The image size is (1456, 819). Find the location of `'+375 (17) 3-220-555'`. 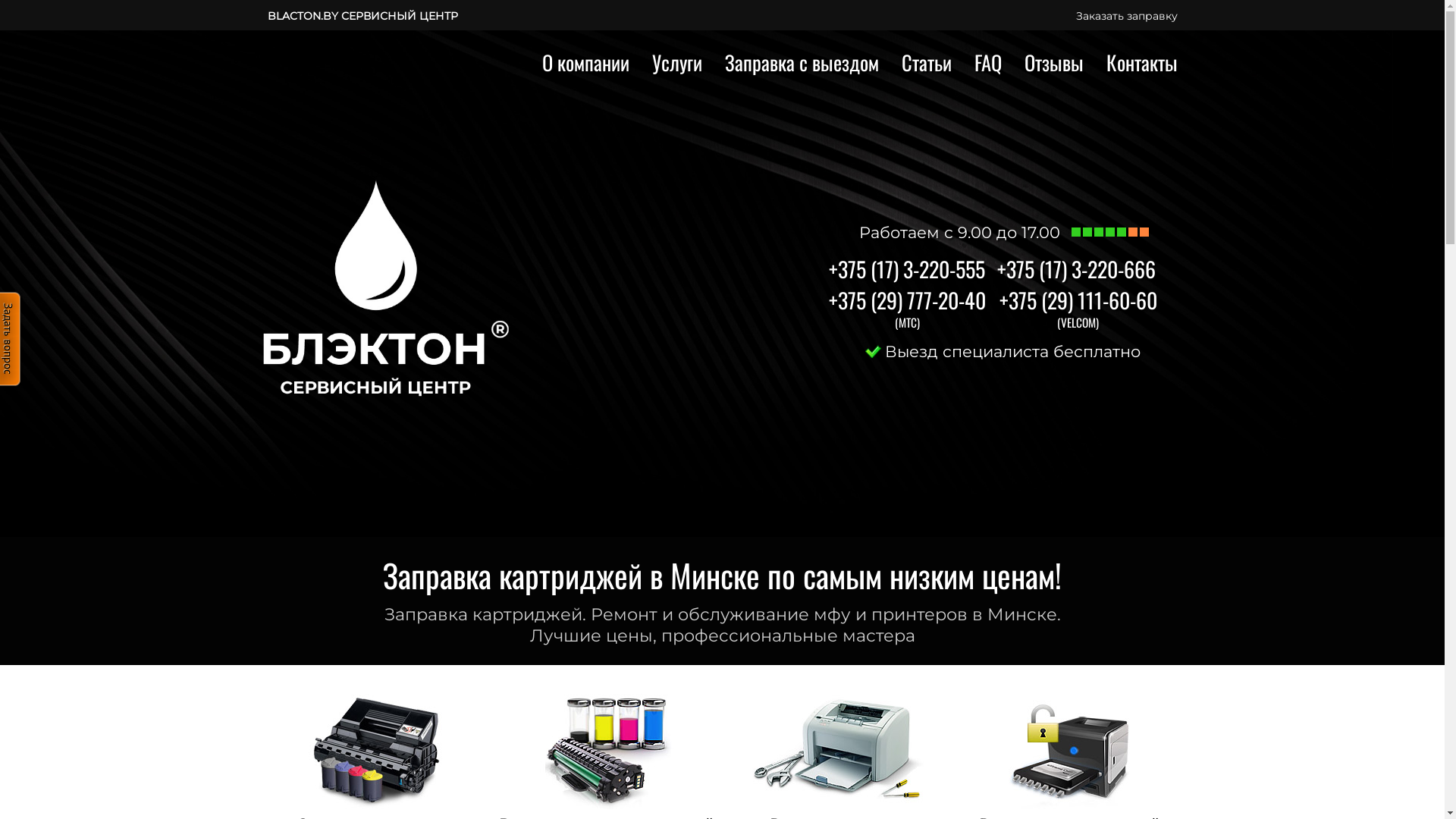

'+375 (17) 3-220-555' is located at coordinates (827, 268).